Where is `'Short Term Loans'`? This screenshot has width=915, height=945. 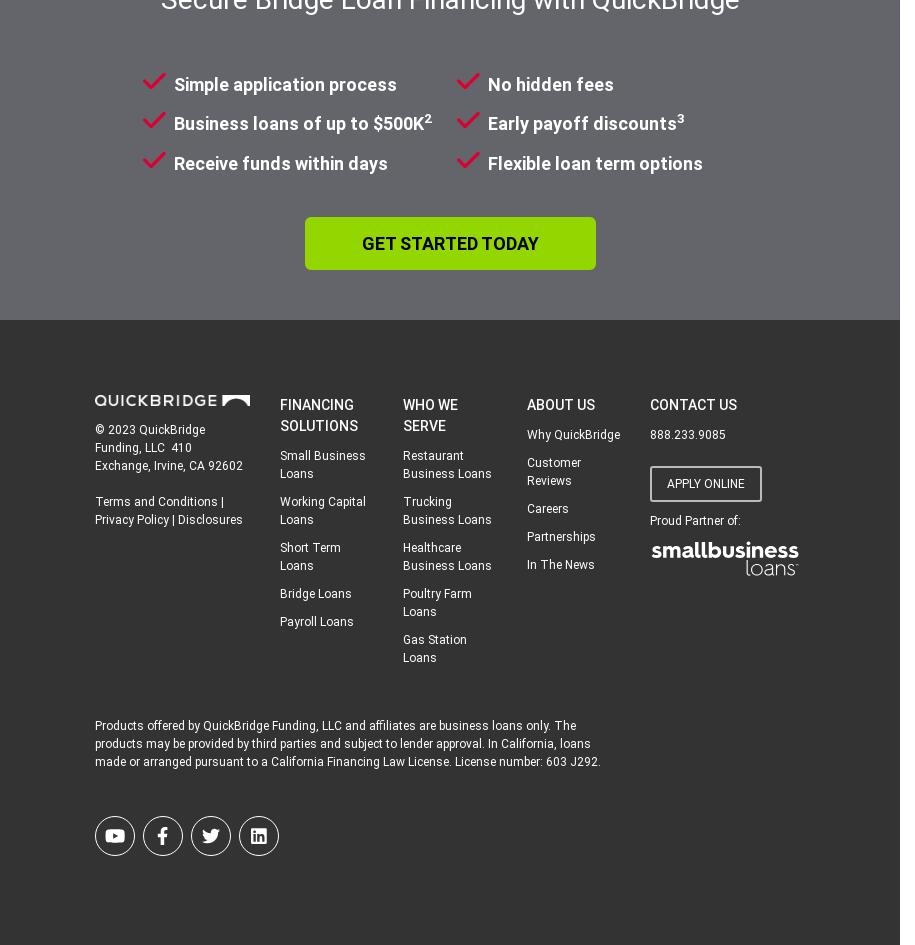
'Short Term Loans' is located at coordinates (310, 556).